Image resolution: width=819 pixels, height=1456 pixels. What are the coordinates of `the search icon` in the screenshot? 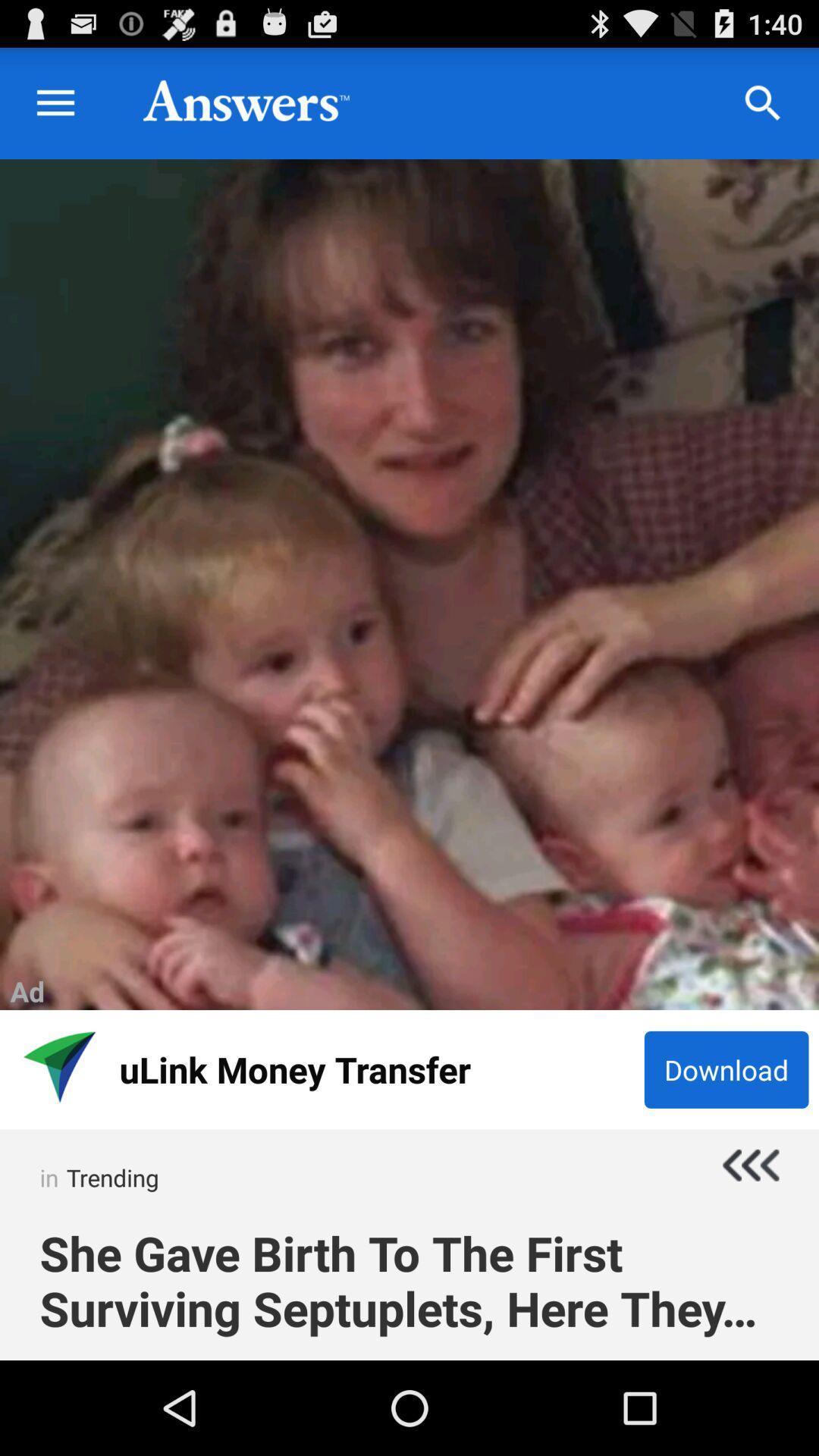 It's located at (763, 110).